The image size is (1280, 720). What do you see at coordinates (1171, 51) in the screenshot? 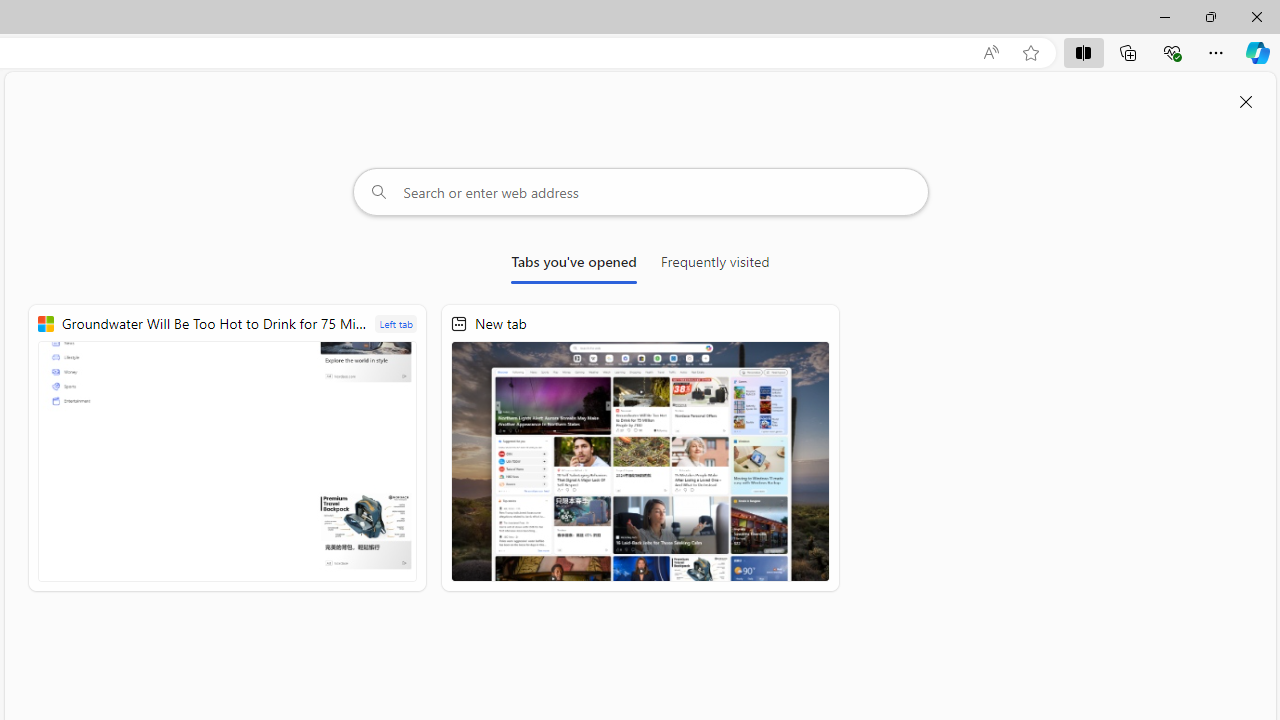
I see `'Browser essentials'` at bounding box center [1171, 51].